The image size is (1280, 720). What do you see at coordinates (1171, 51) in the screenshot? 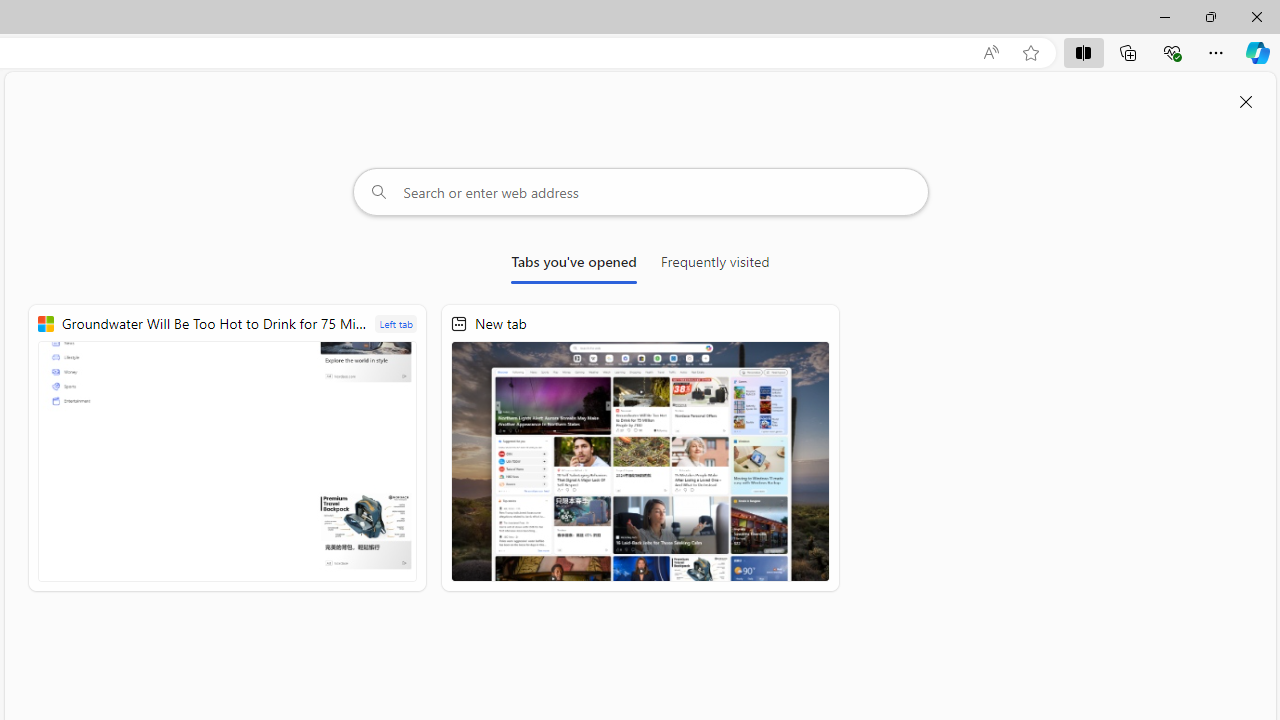
I see `'Browser essentials'` at bounding box center [1171, 51].